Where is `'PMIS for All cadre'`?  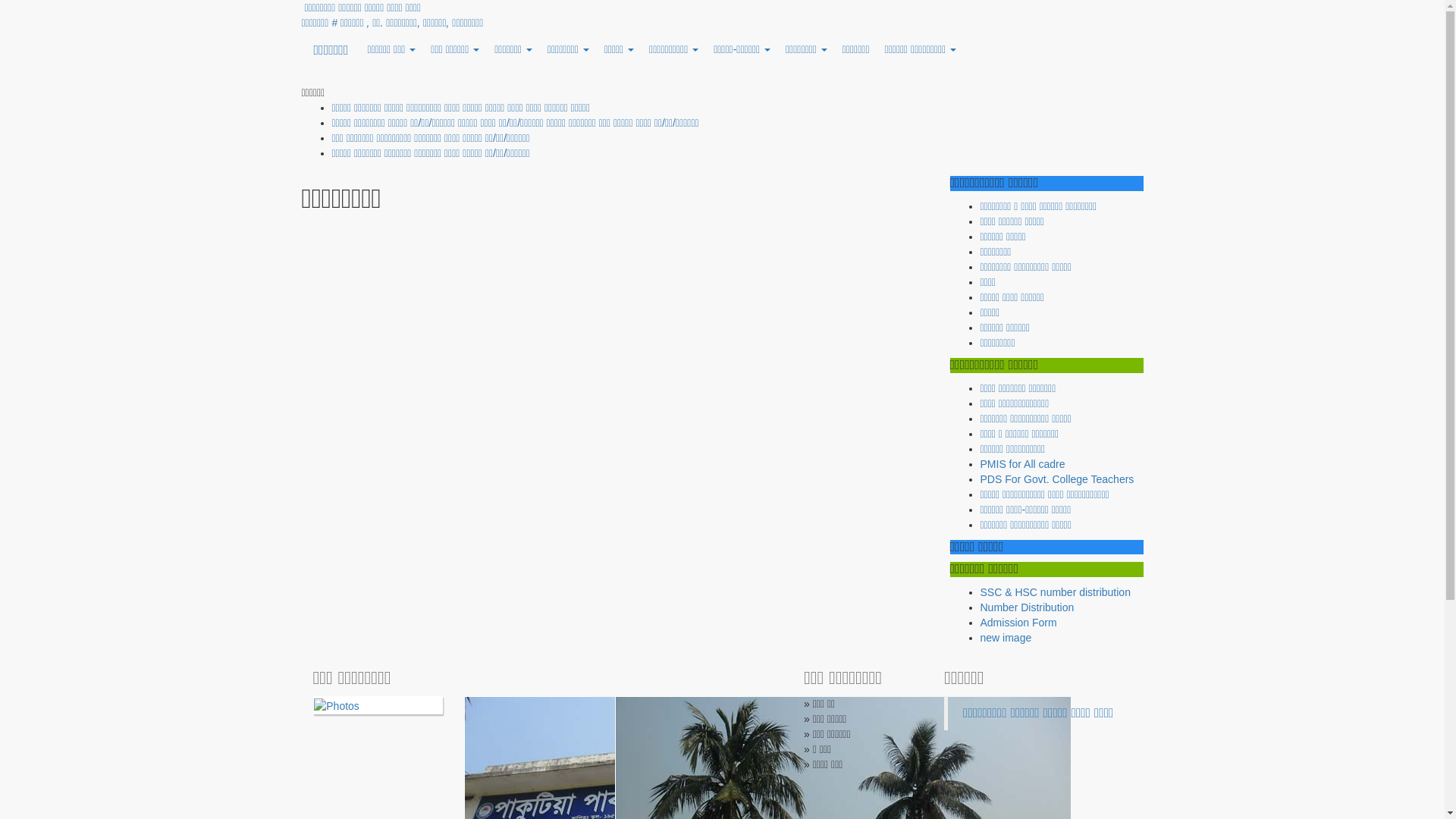
'PMIS for All cadre' is located at coordinates (979, 463).